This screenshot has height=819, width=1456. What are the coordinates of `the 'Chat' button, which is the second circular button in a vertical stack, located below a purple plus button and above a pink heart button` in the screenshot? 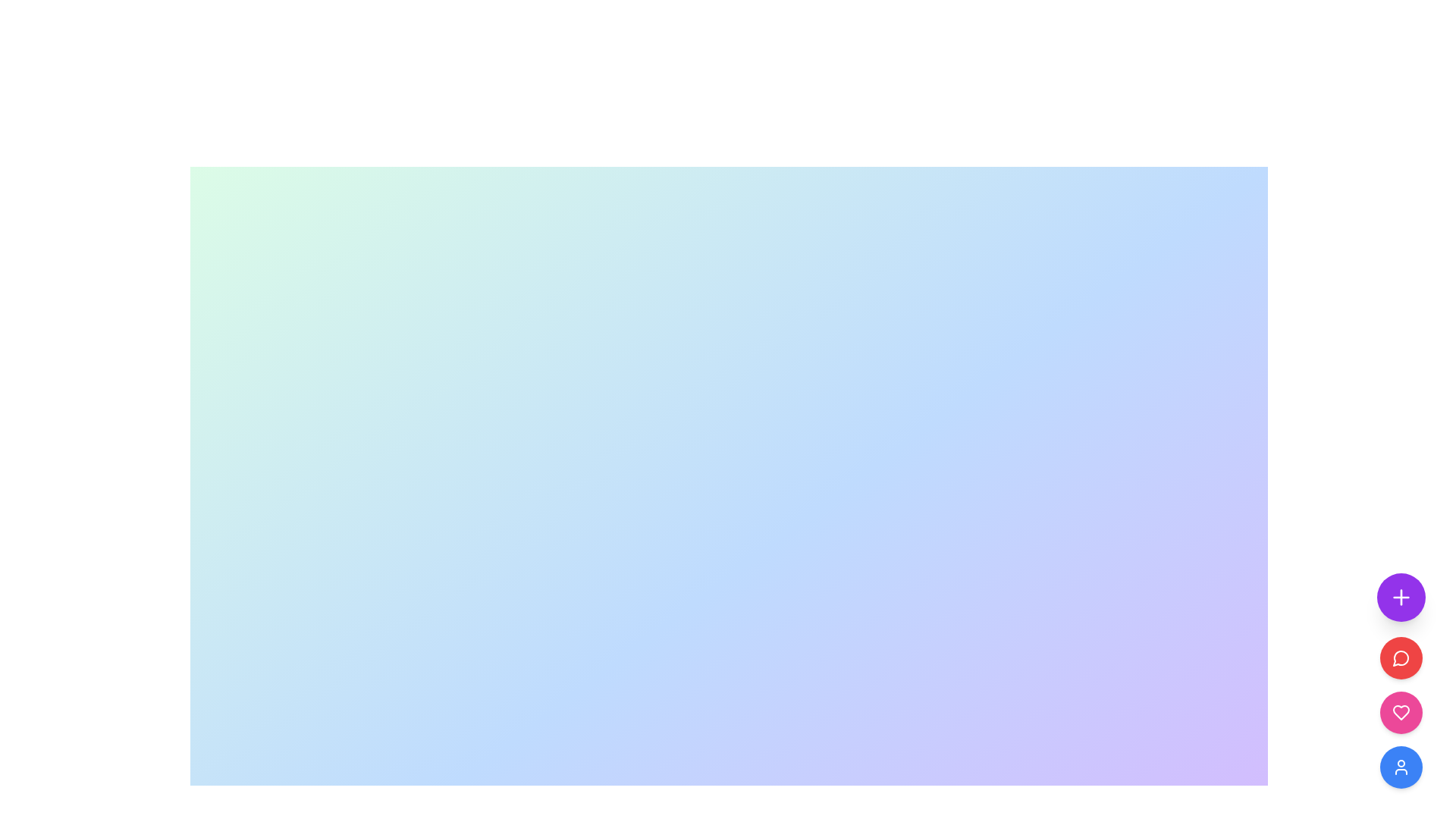 It's located at (1401, 657).